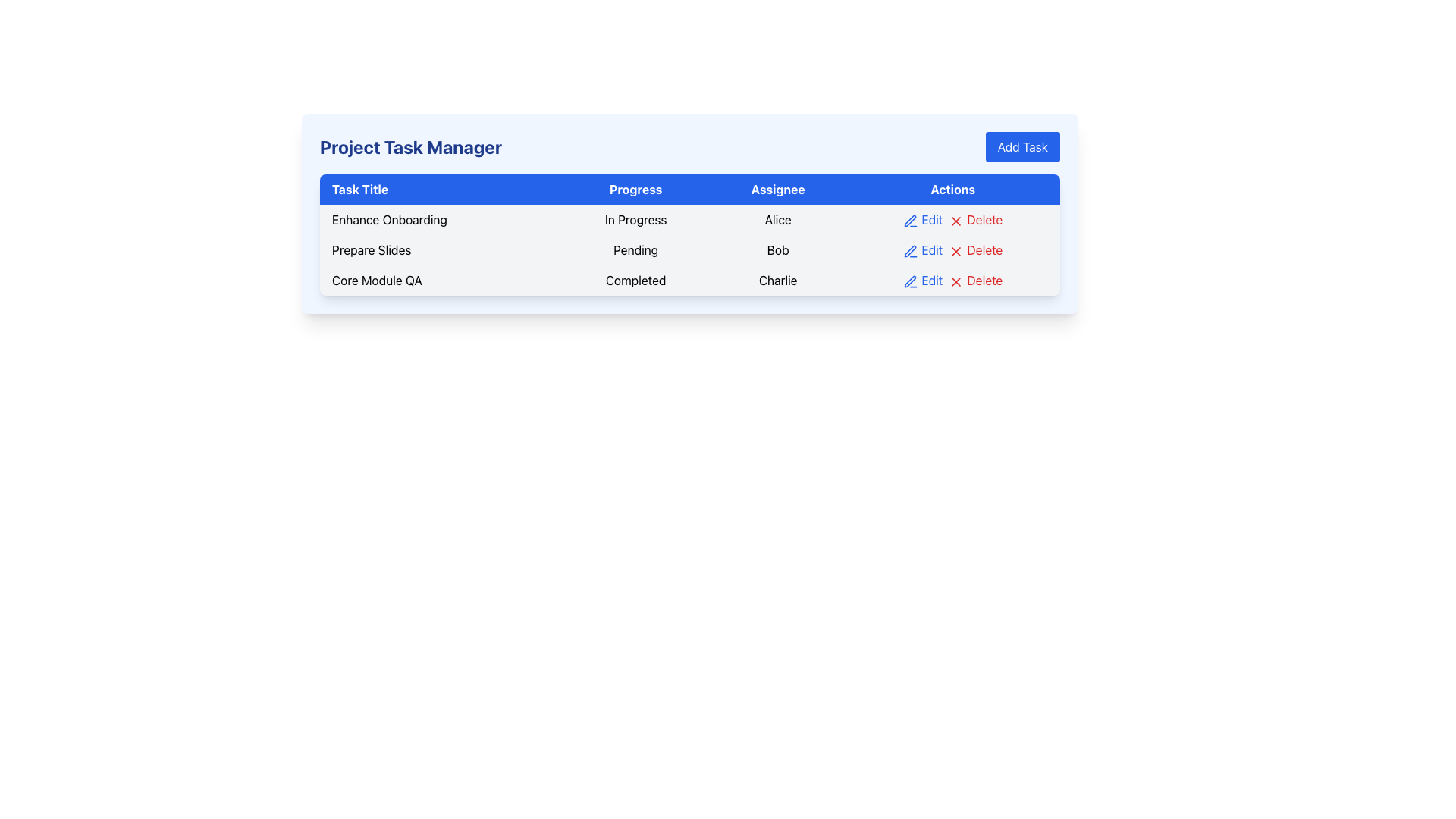 The width and height of the screenshot is (1456, 819). Describe the element at coordinates (910, 281) in the screenshot. I see `the pen icon in the 'Actions' column of the table corresponding to the 'Edit' action for the 'Core Module QA' task` at that location.